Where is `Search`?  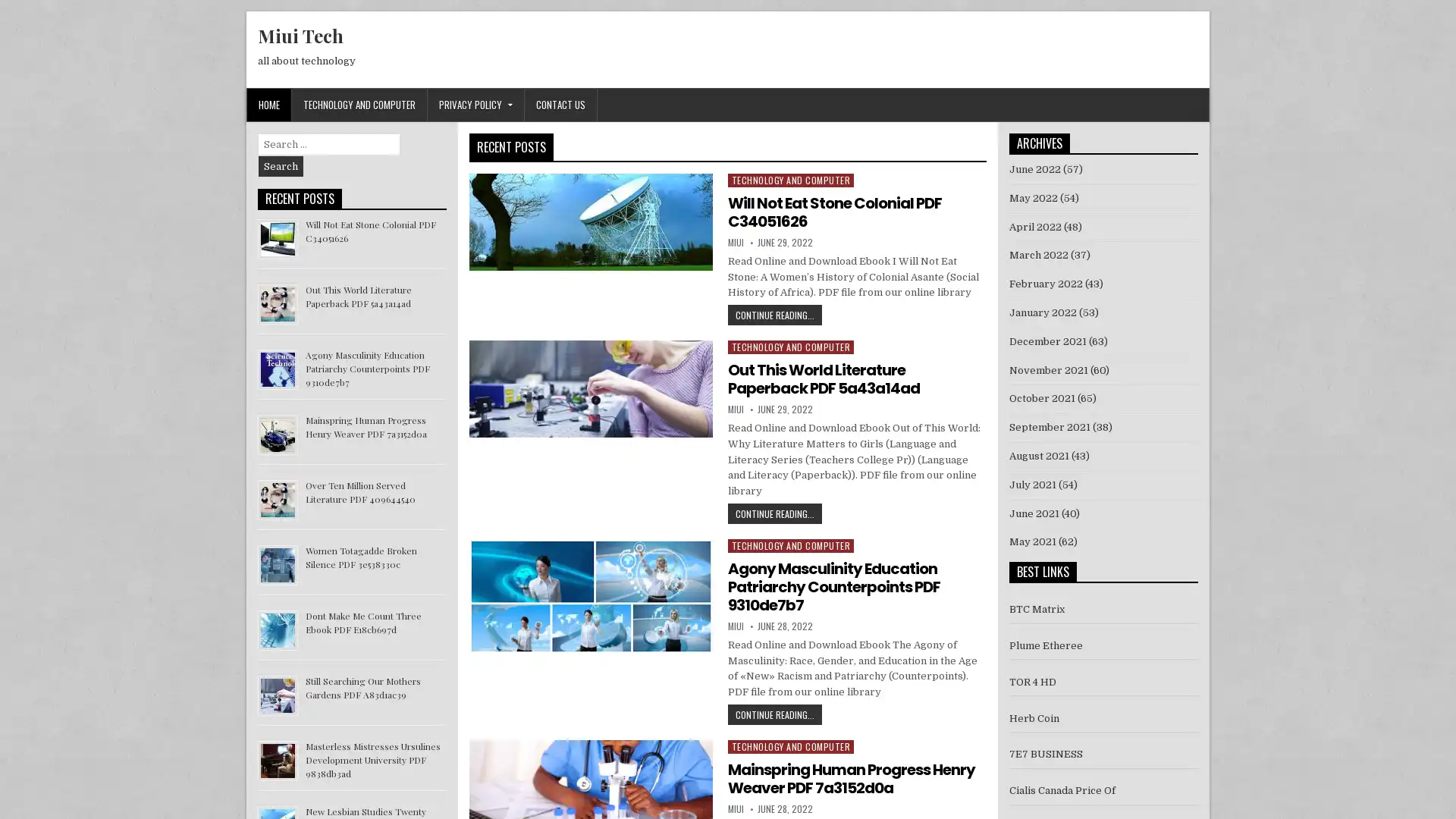
Search is located at coordinates (281, 166).